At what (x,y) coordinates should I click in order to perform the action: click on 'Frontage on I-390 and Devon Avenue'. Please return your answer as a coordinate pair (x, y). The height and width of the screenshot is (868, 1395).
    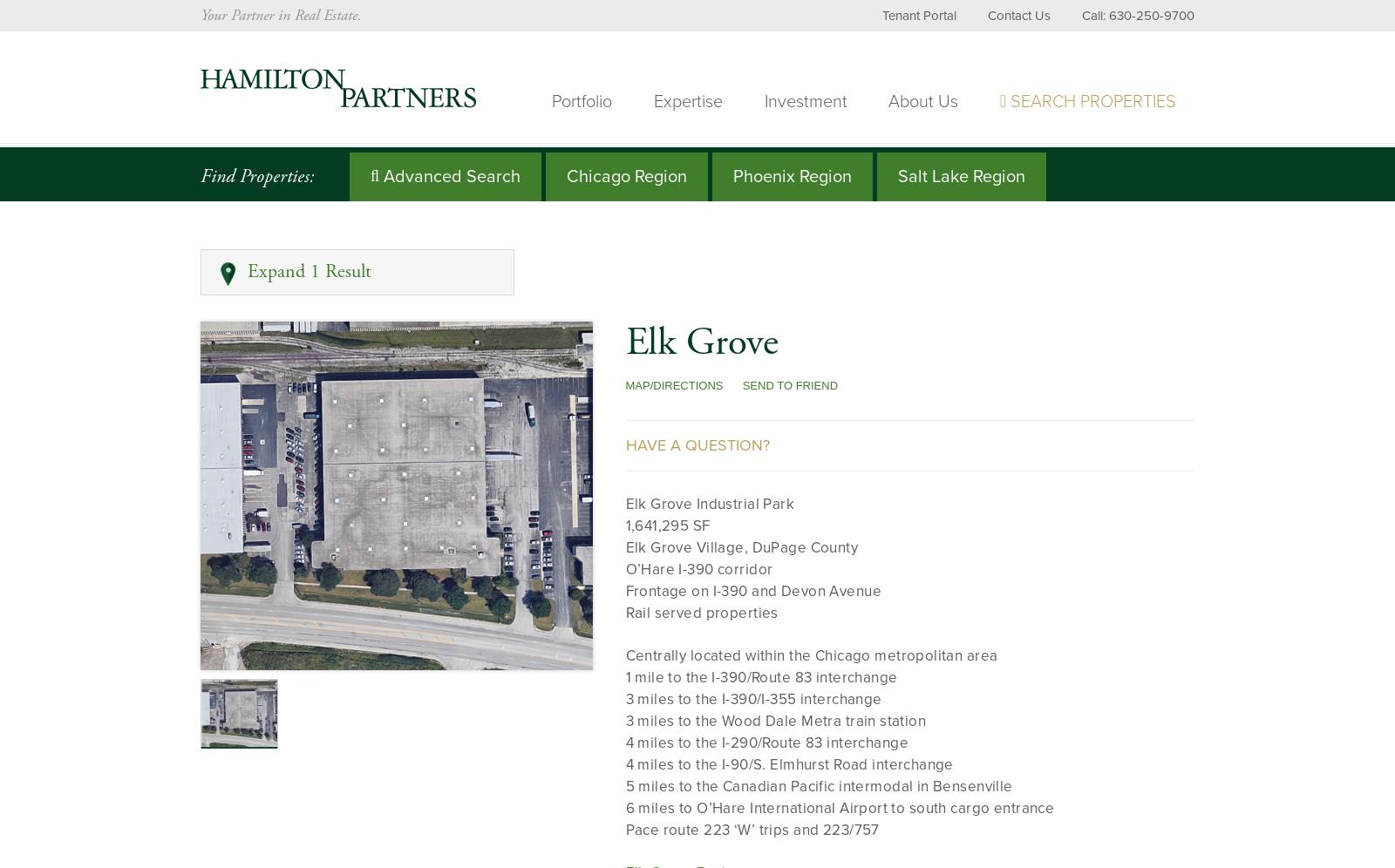
    Looking at the image, I should click on (752, 590).